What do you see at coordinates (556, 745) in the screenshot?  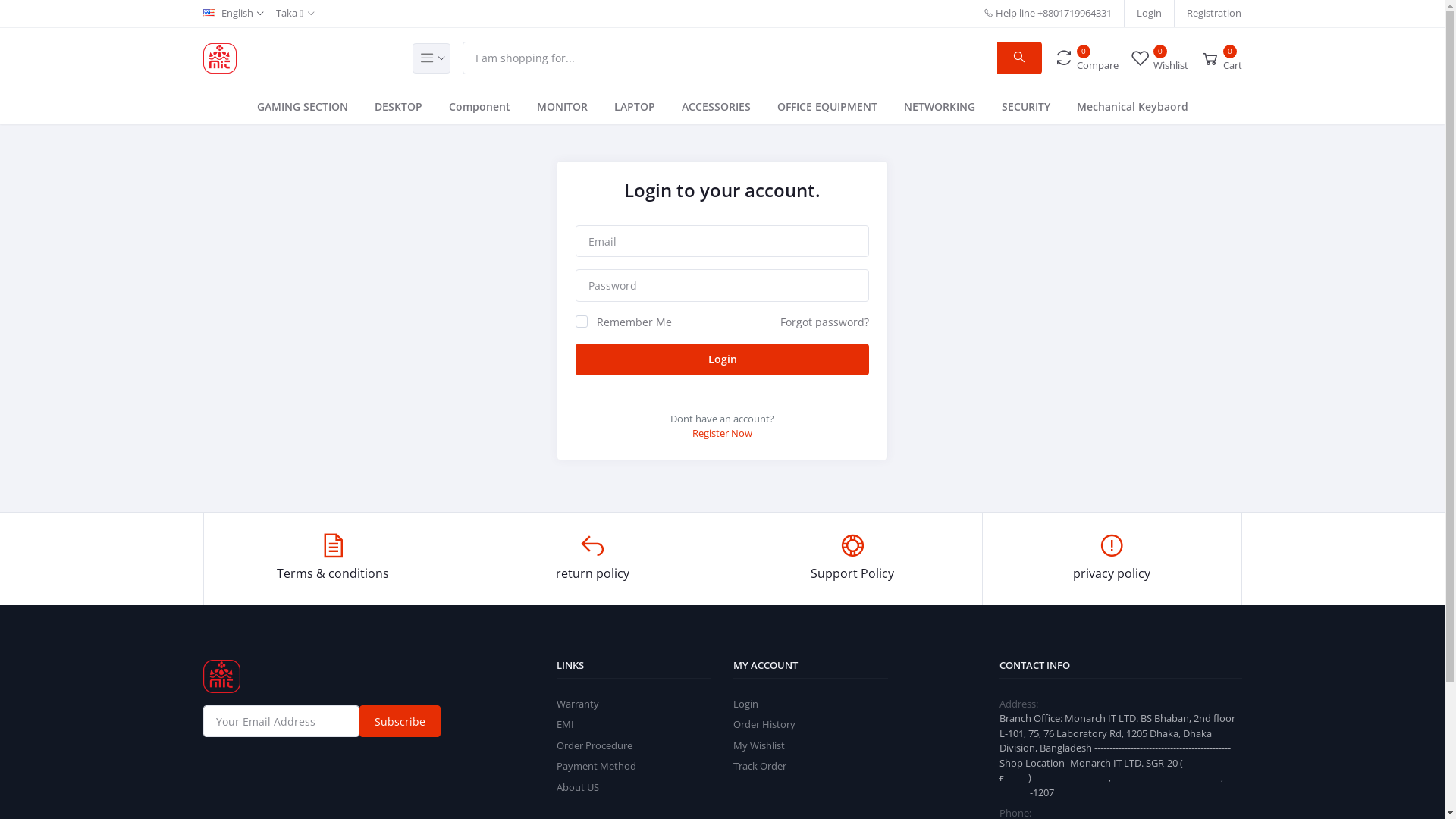 I see `'Order Procedure'` at bounding box center [556, 745].